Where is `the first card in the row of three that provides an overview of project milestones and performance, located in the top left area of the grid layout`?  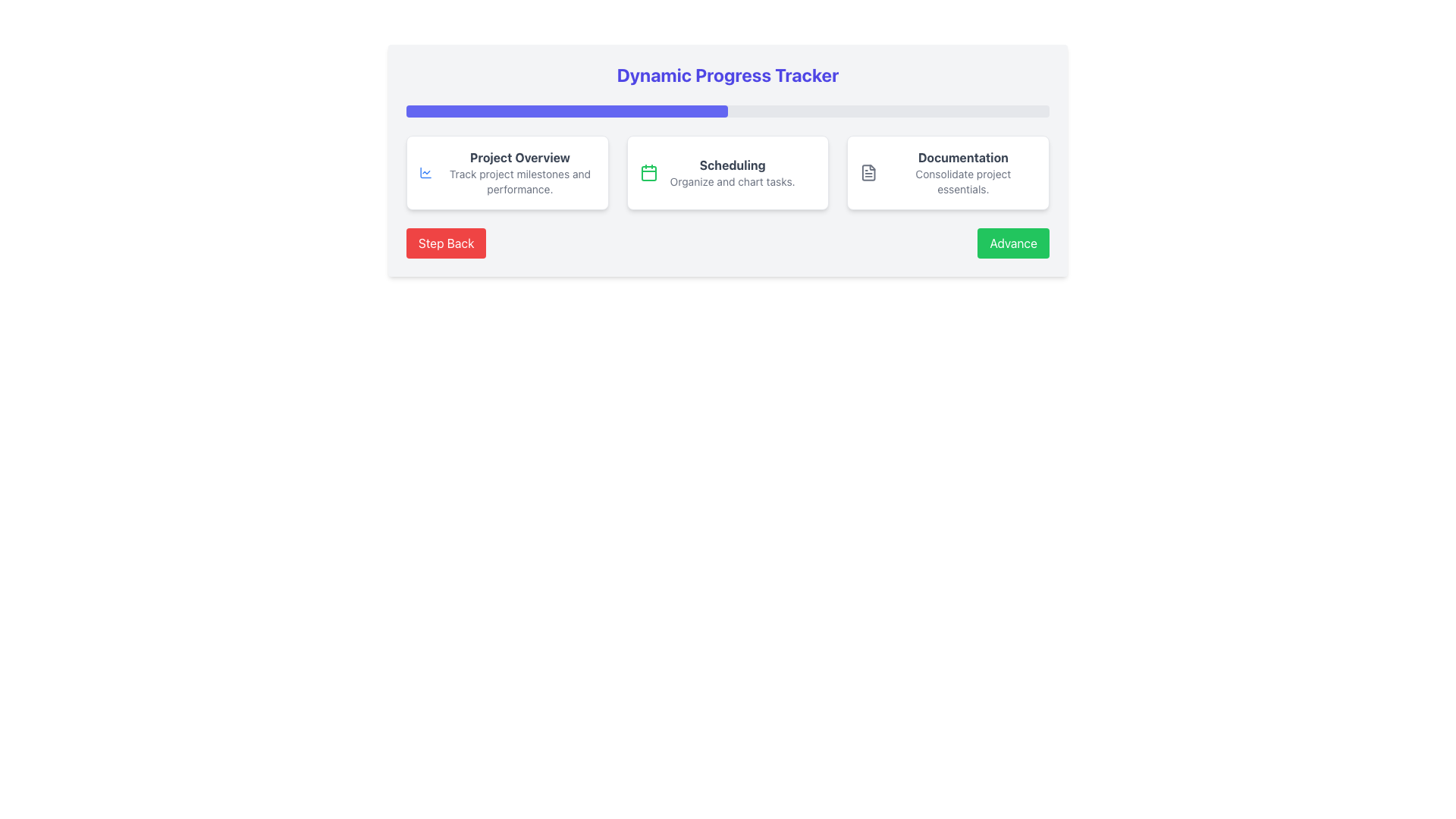 the first card in the row of three that provides an overview of project milestones and performance, located in the top left area of the grid layout is located at coordinates (507, 171).